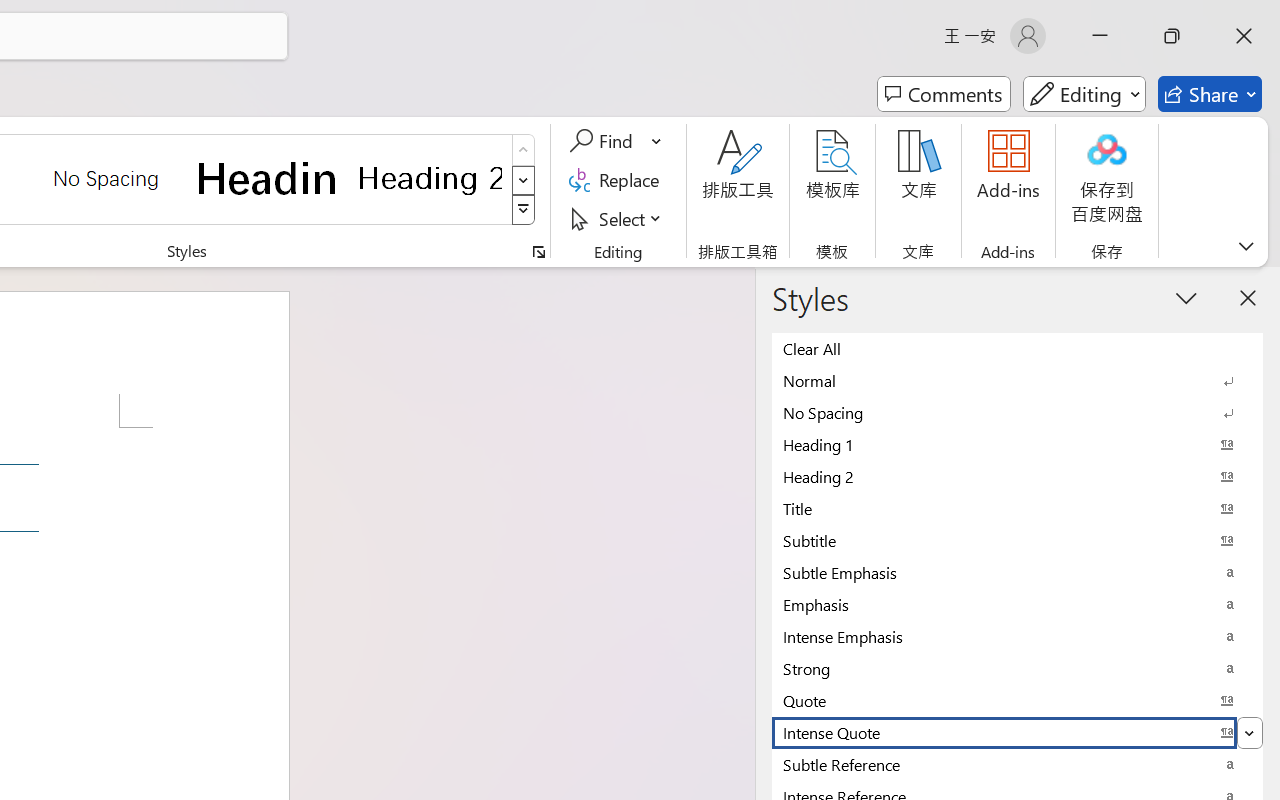 Image resolution: width=1280 pixels, height=800 pixels. What do you see at coordinates (1017, 764) in the screenshot?
I see `'Subtle Reference'` at bounding box center [1017, 764].